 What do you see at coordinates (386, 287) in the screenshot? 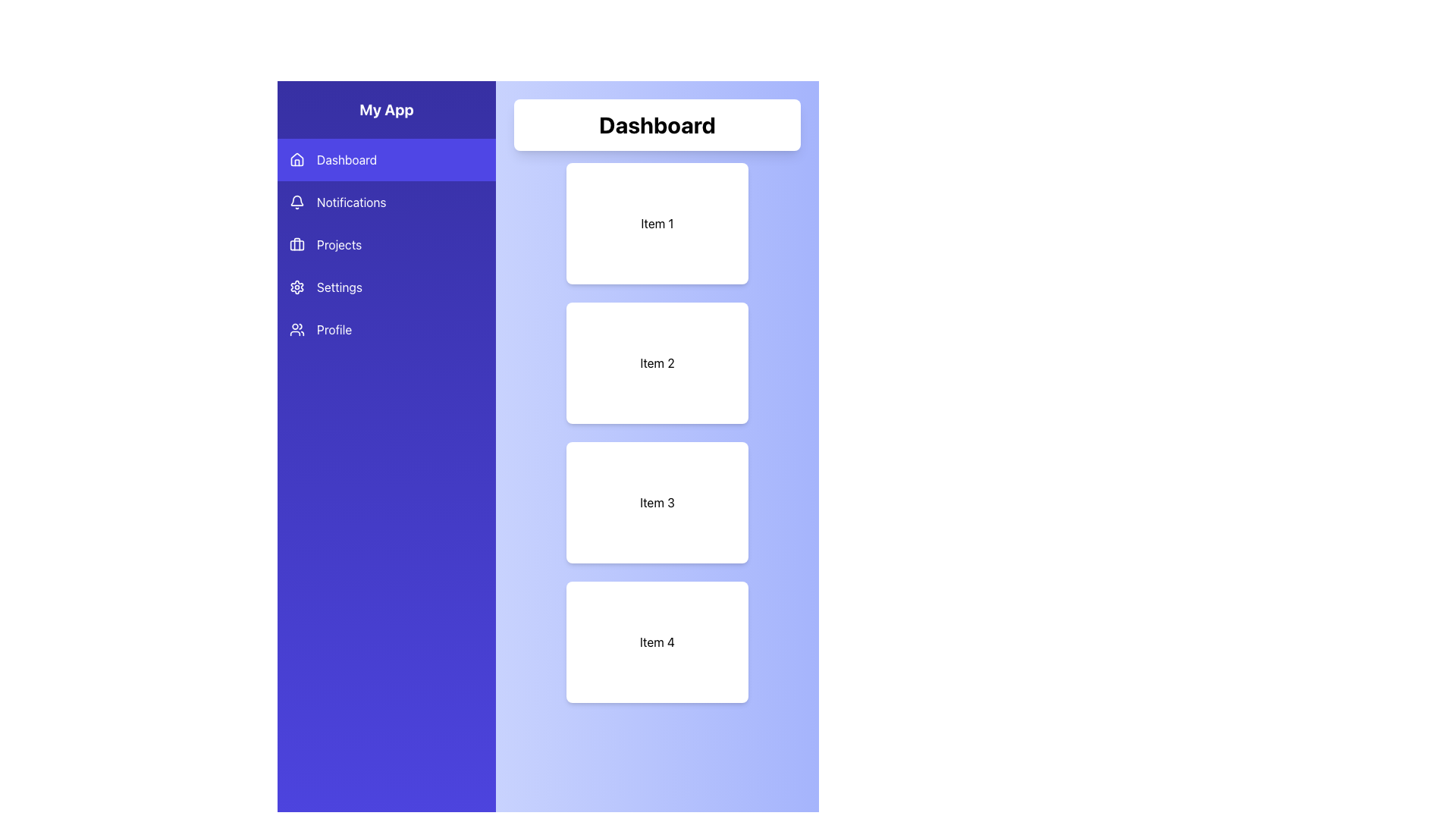
I see `the 'Settings' button in the vertical sidebar menu` at bounding box center [386, 287].